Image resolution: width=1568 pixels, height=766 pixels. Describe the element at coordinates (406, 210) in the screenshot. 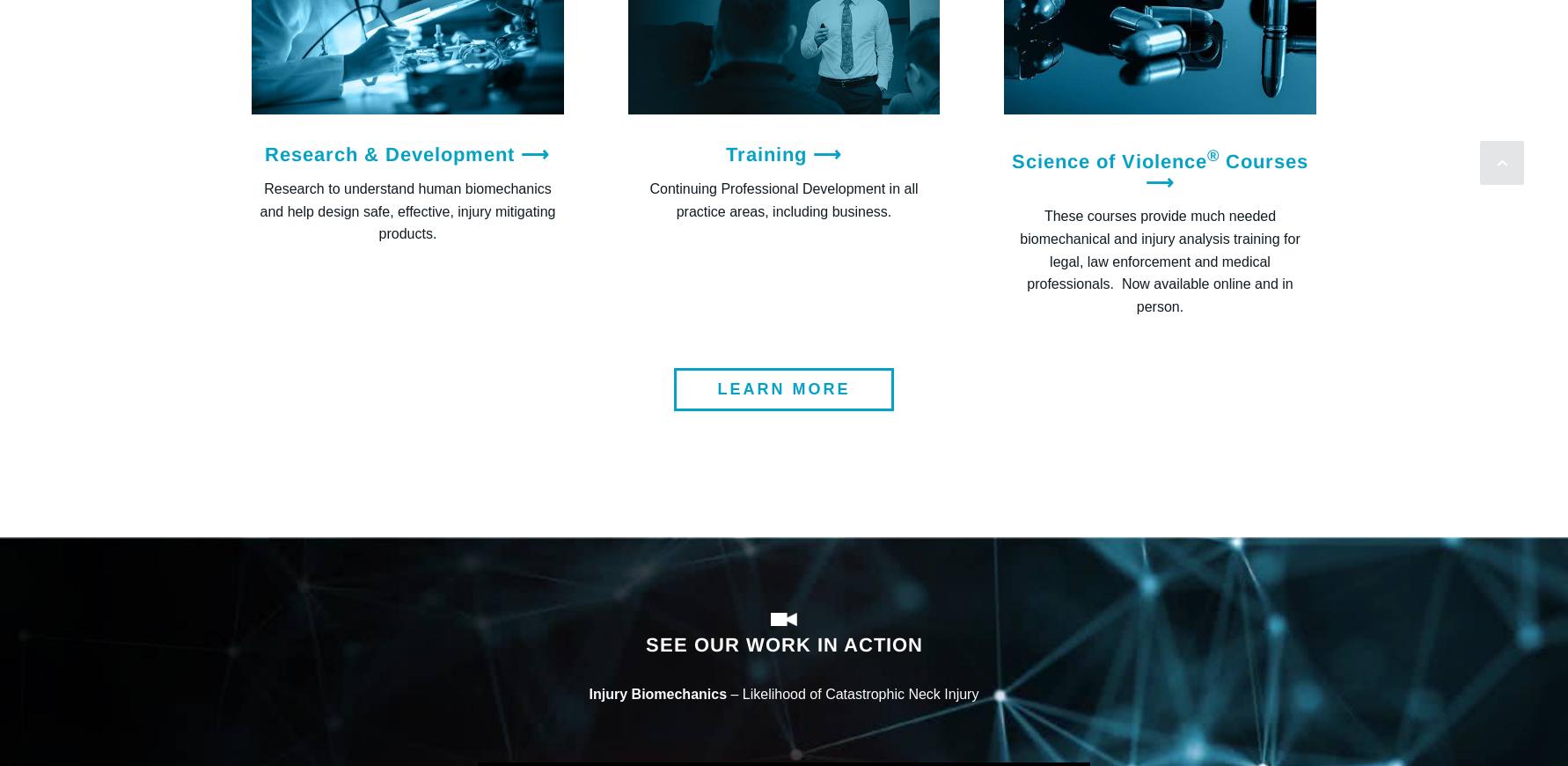

I see `'Research to understand human biomechanics and help design safe, effective, injury mitigating products.'` at that location.